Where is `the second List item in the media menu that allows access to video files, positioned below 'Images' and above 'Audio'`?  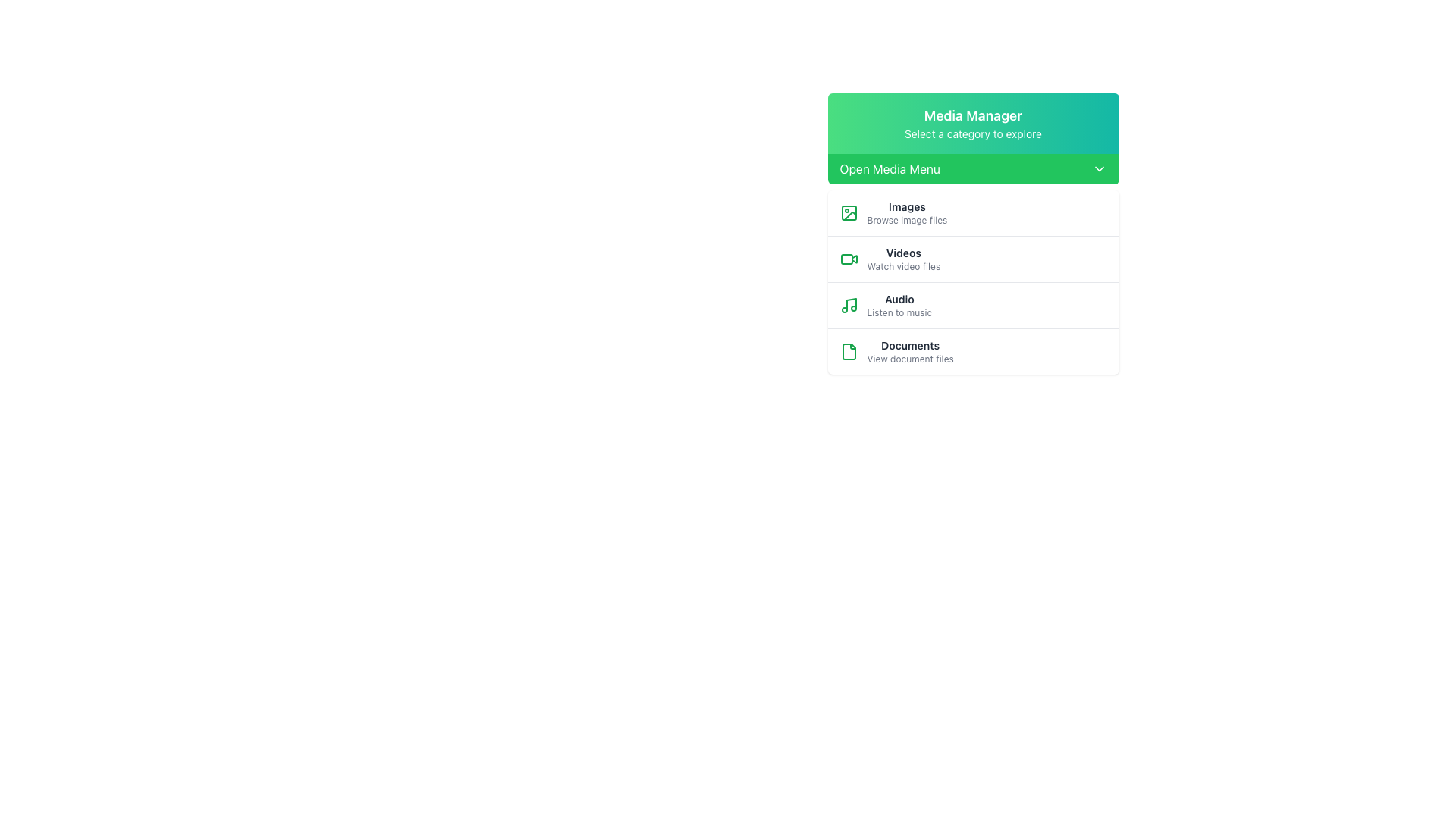 the second List item in the media menu that allows access to video files, positioned below 'Images' and above 'Audio' is located at coordinates (973, 258).